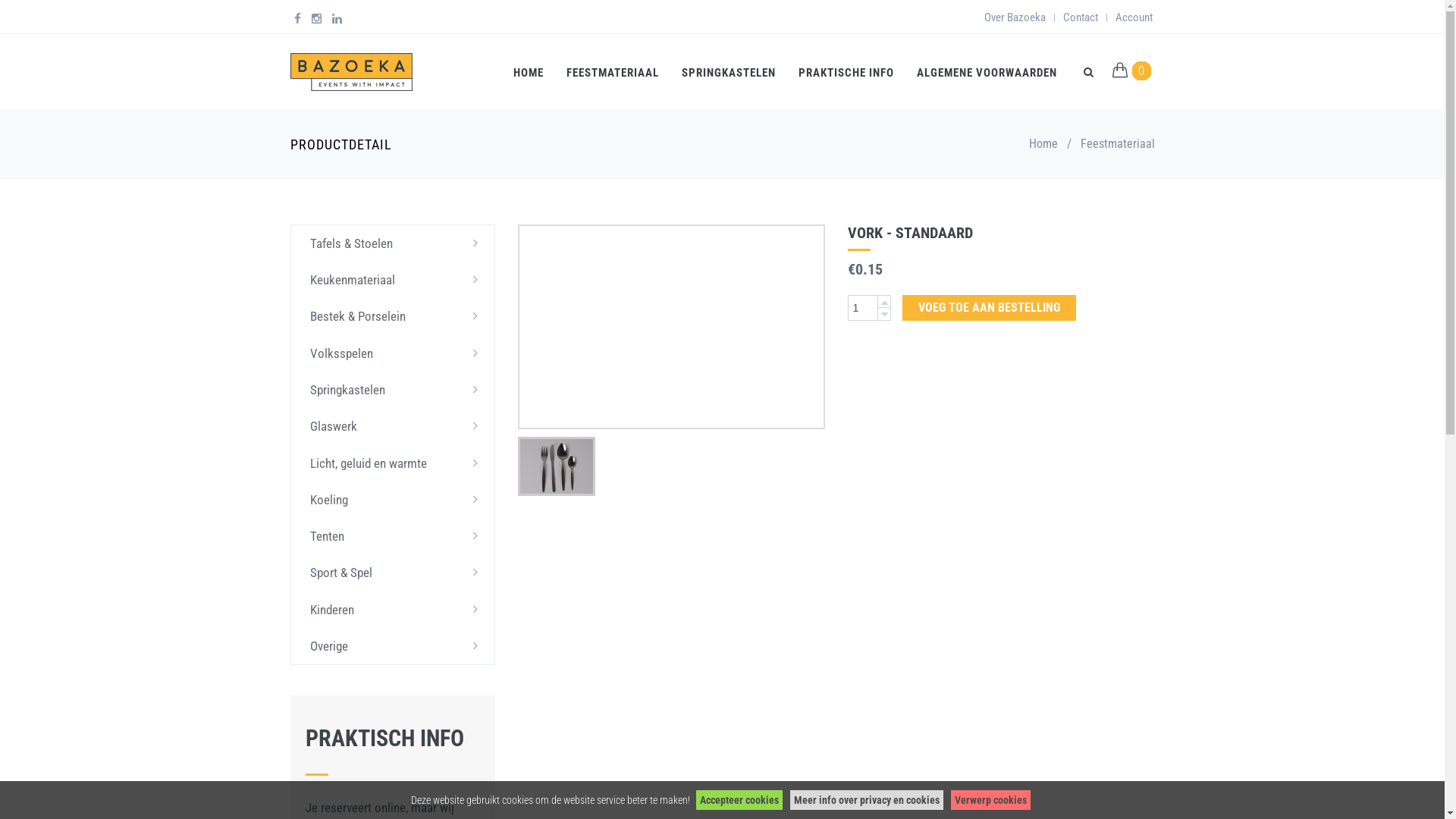 The image size is (1456, 819). What do you see at coordinates (1015, 17) in the screenshot?
I see `'Over Bazoeka'` at bounding box center [1015, 17].